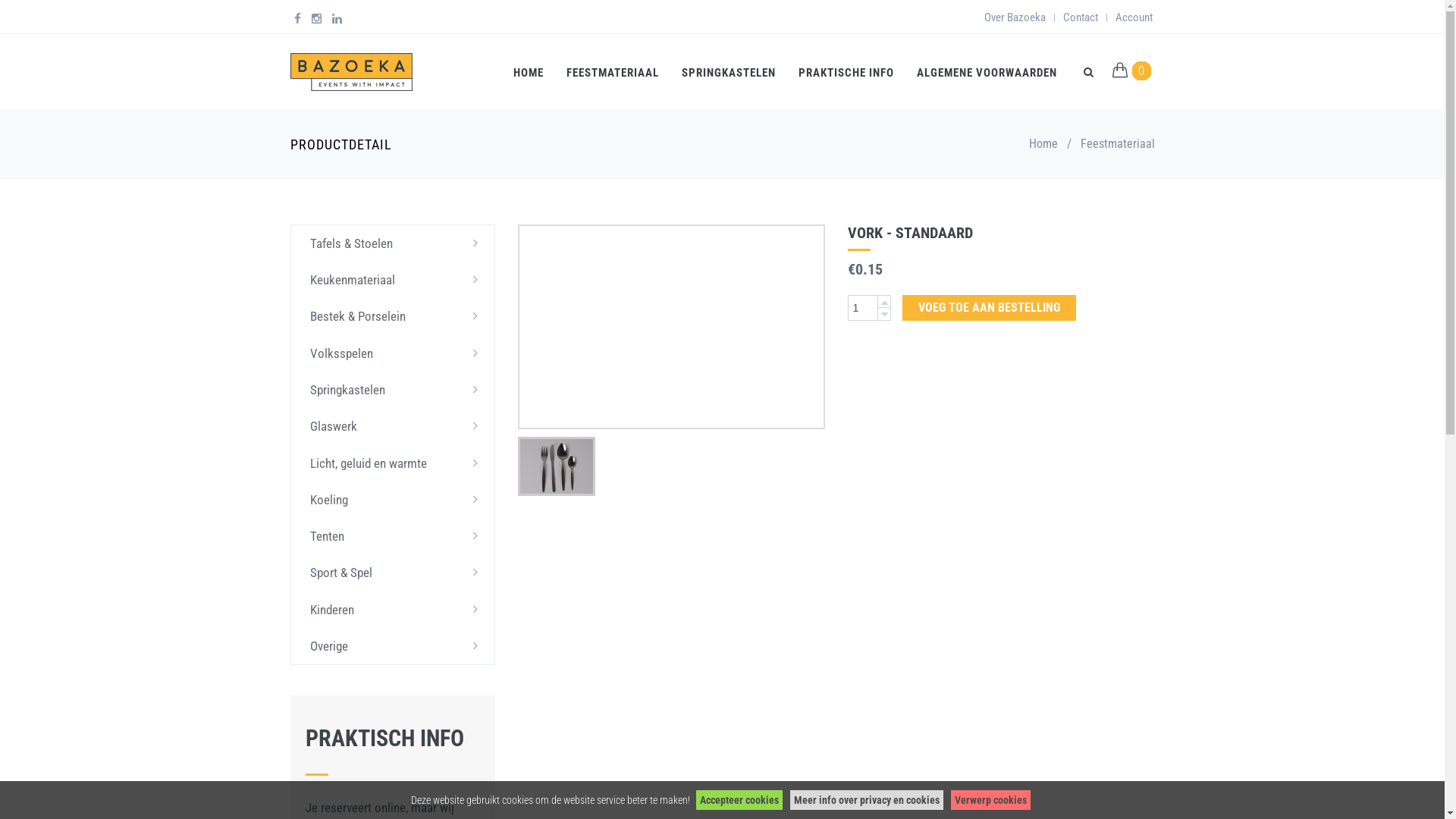 The image size is (1456, 819). What do you see at coordinates (1015, 17) in the screenshot?
I see `'Over Bazoeka'` at bounding box center [1015, 17].